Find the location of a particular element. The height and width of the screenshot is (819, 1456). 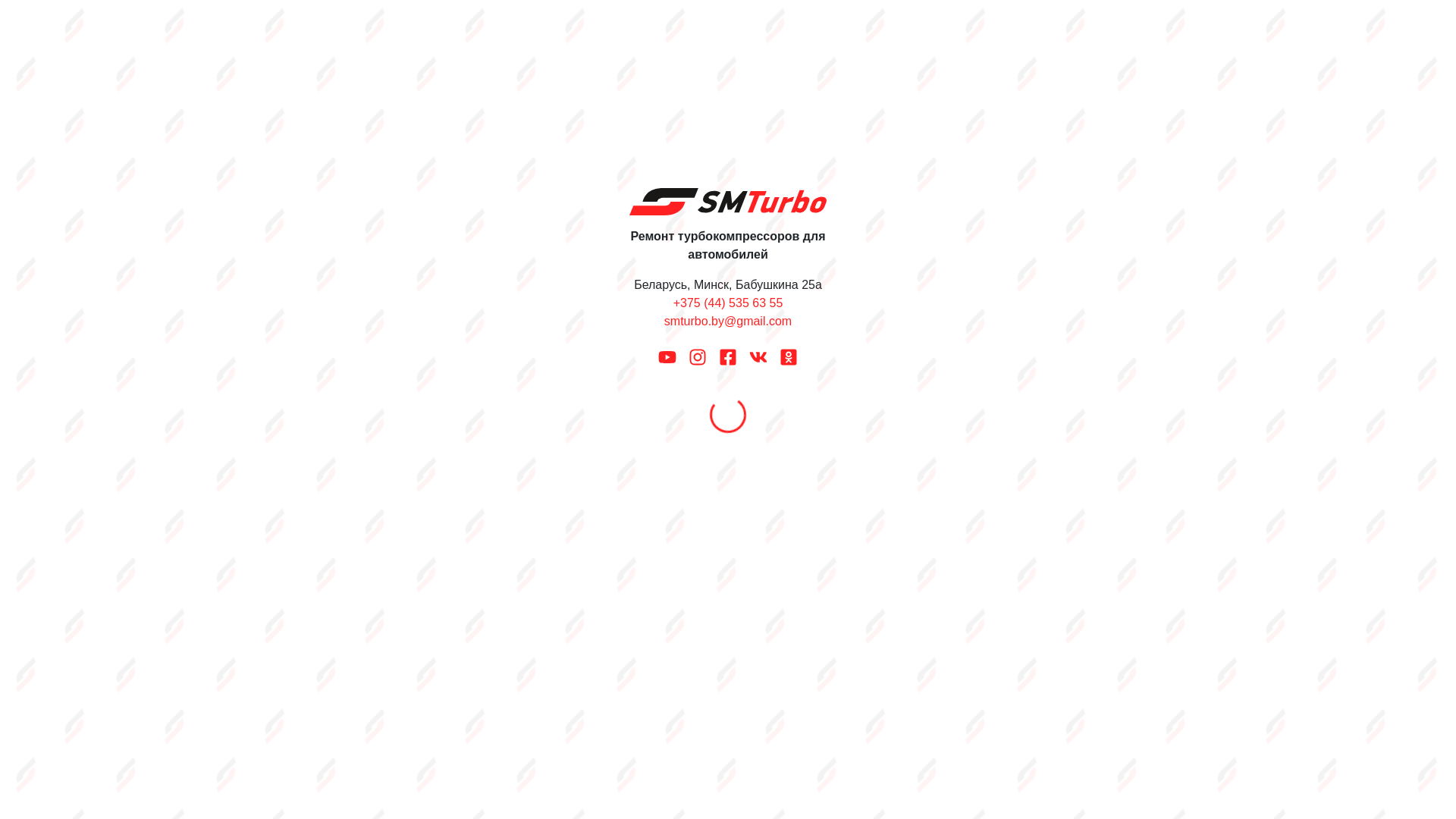

'Youtube' is located at coordinates (667, 356).